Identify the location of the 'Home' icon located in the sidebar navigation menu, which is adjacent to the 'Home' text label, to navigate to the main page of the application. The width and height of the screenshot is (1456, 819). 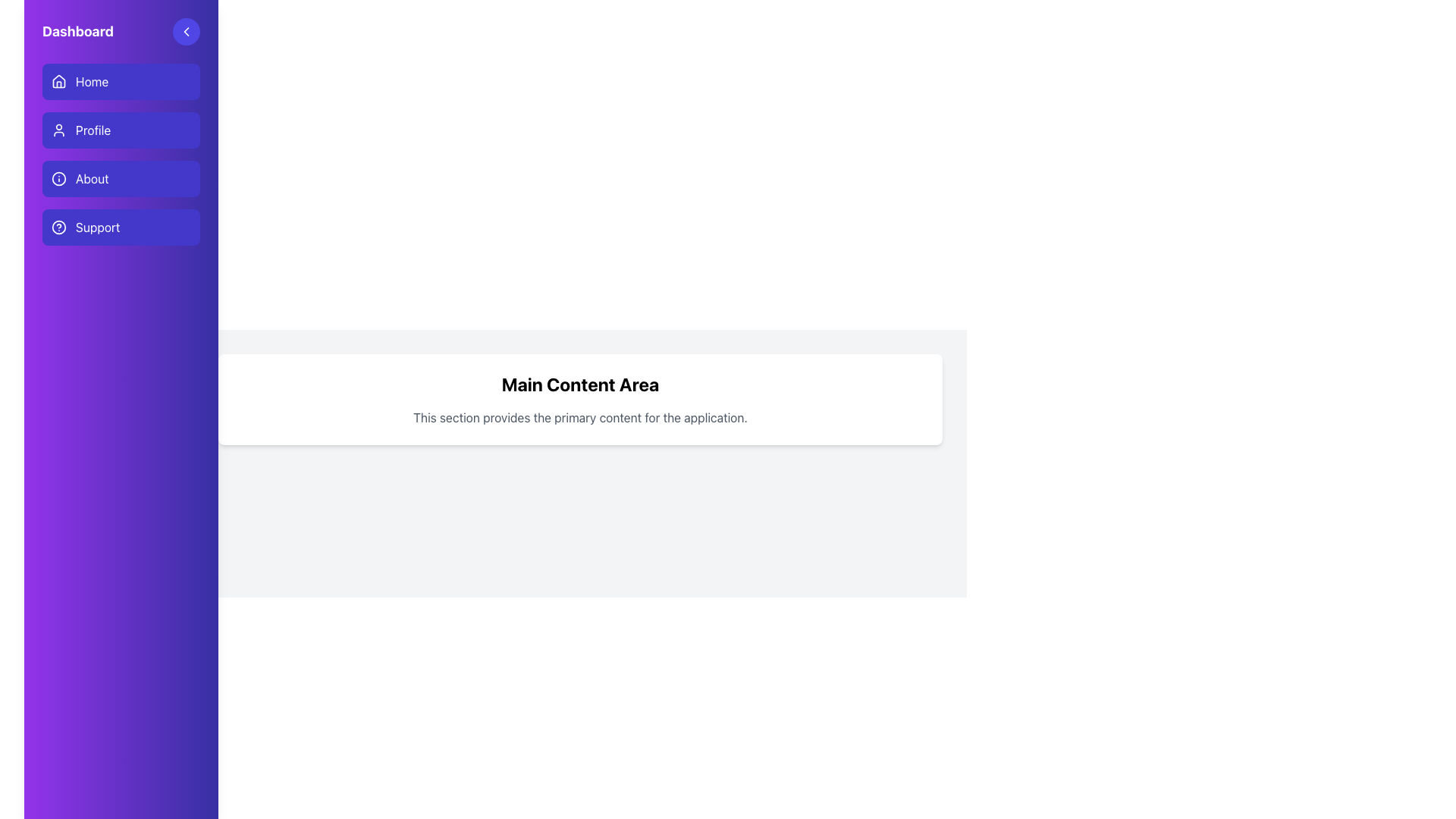
(58, 81).